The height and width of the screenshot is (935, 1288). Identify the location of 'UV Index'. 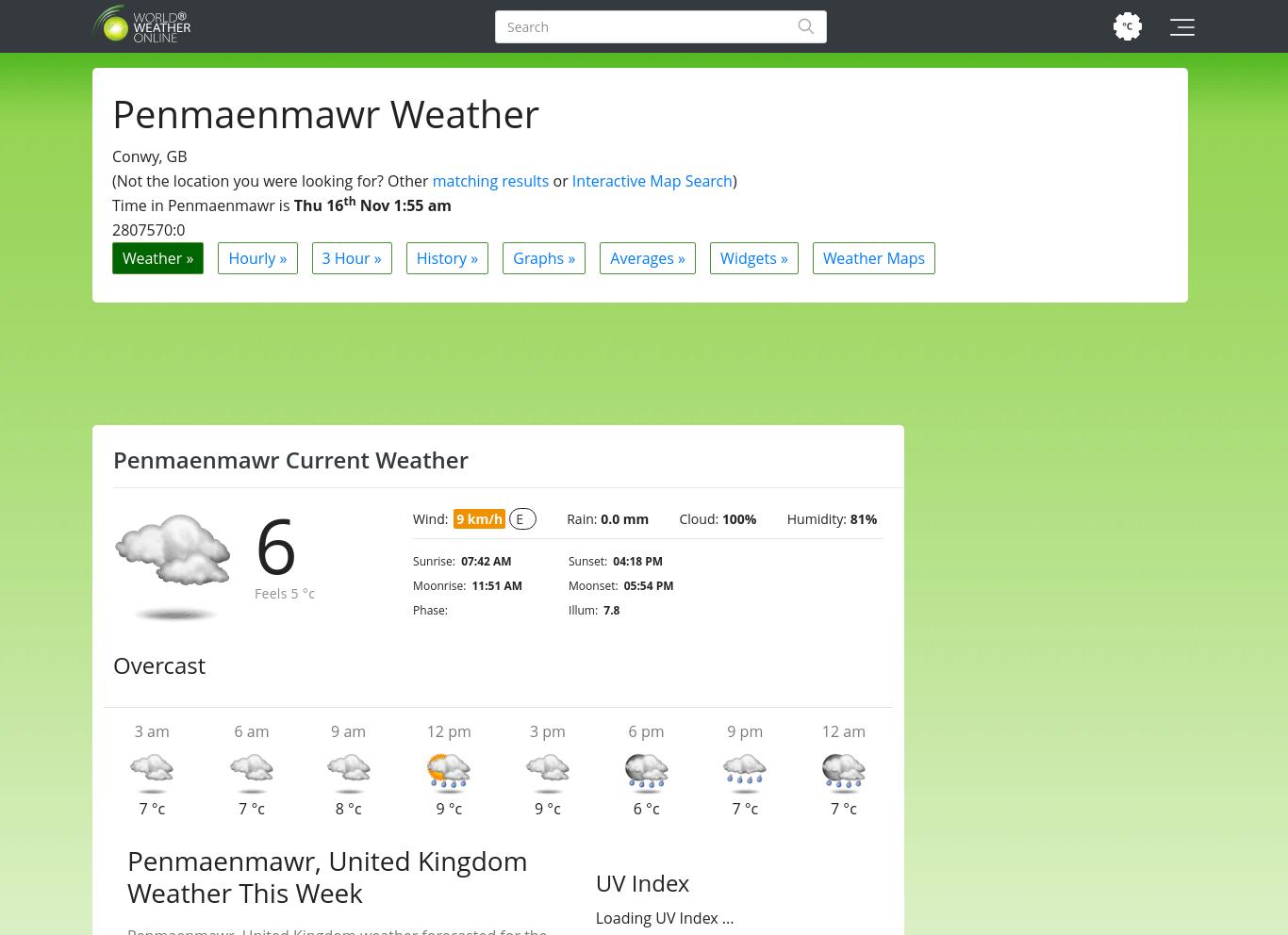
(640, 881).